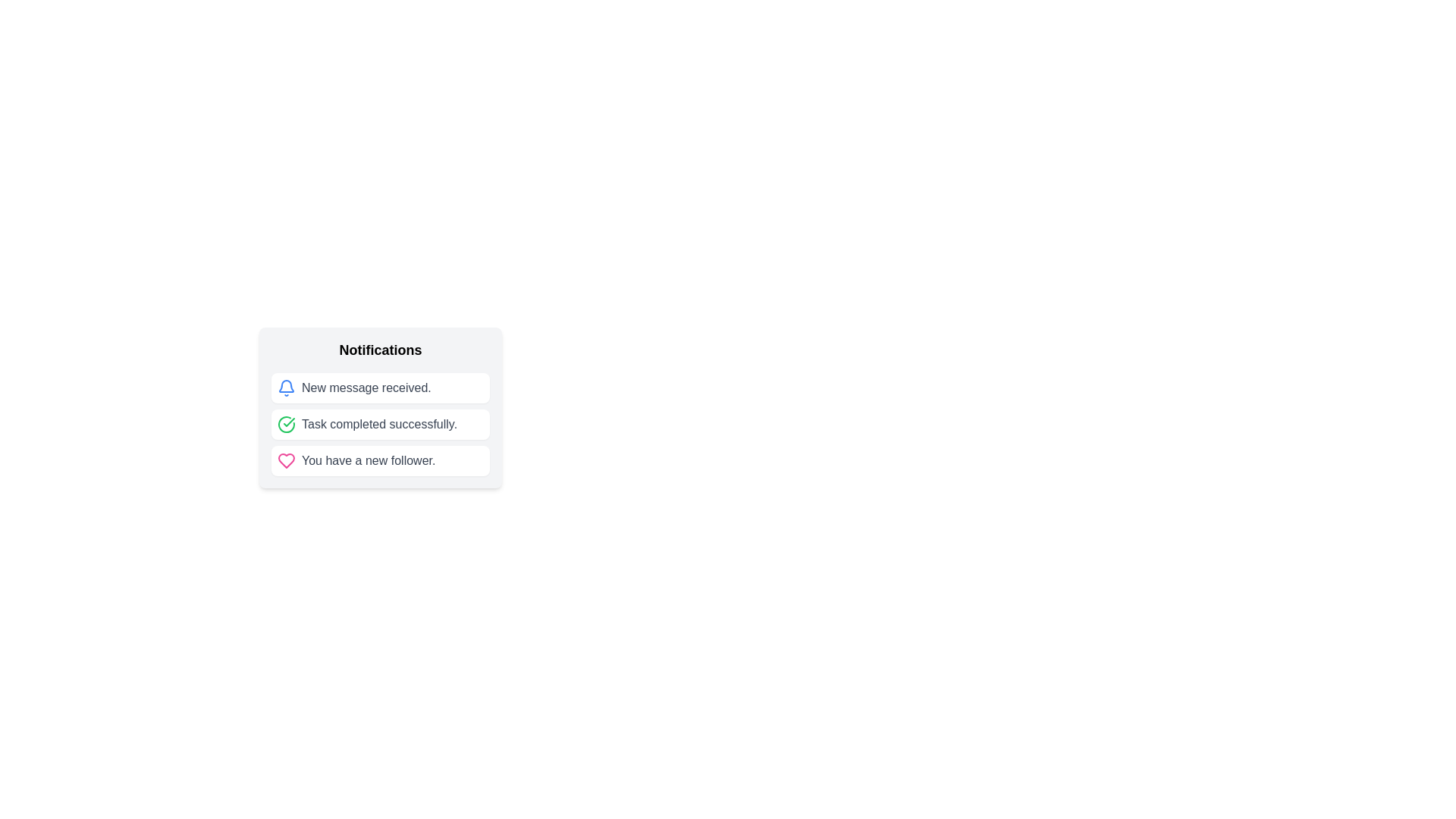  What do you see at coordinates (289, 422) in the screenshot?
I see `the second tick mark icon in the notification popup that indicates a task has been successfully completed` at bounding box center [289, 422].